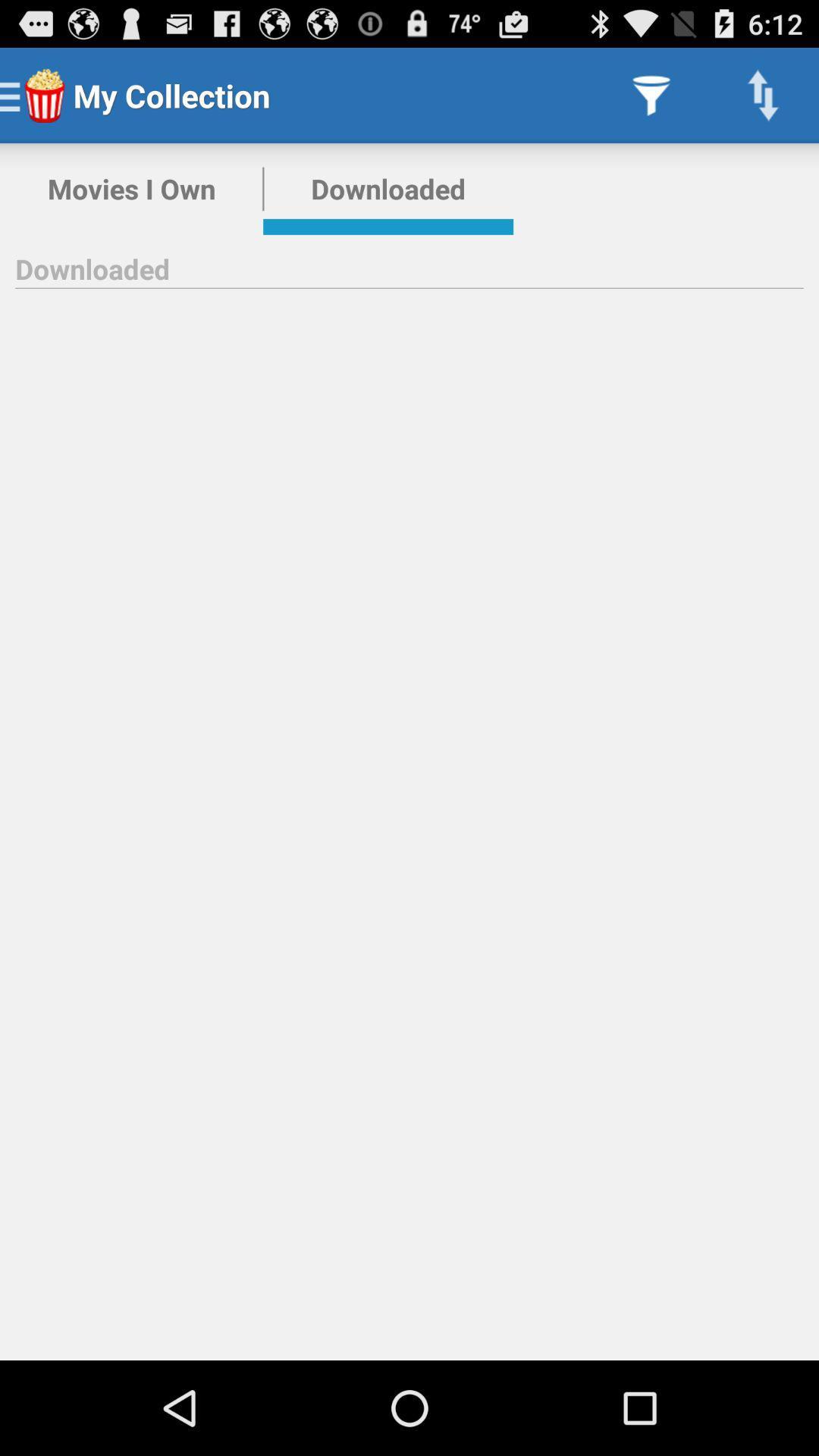  I want to click on movies i own app, so click(130, 188).